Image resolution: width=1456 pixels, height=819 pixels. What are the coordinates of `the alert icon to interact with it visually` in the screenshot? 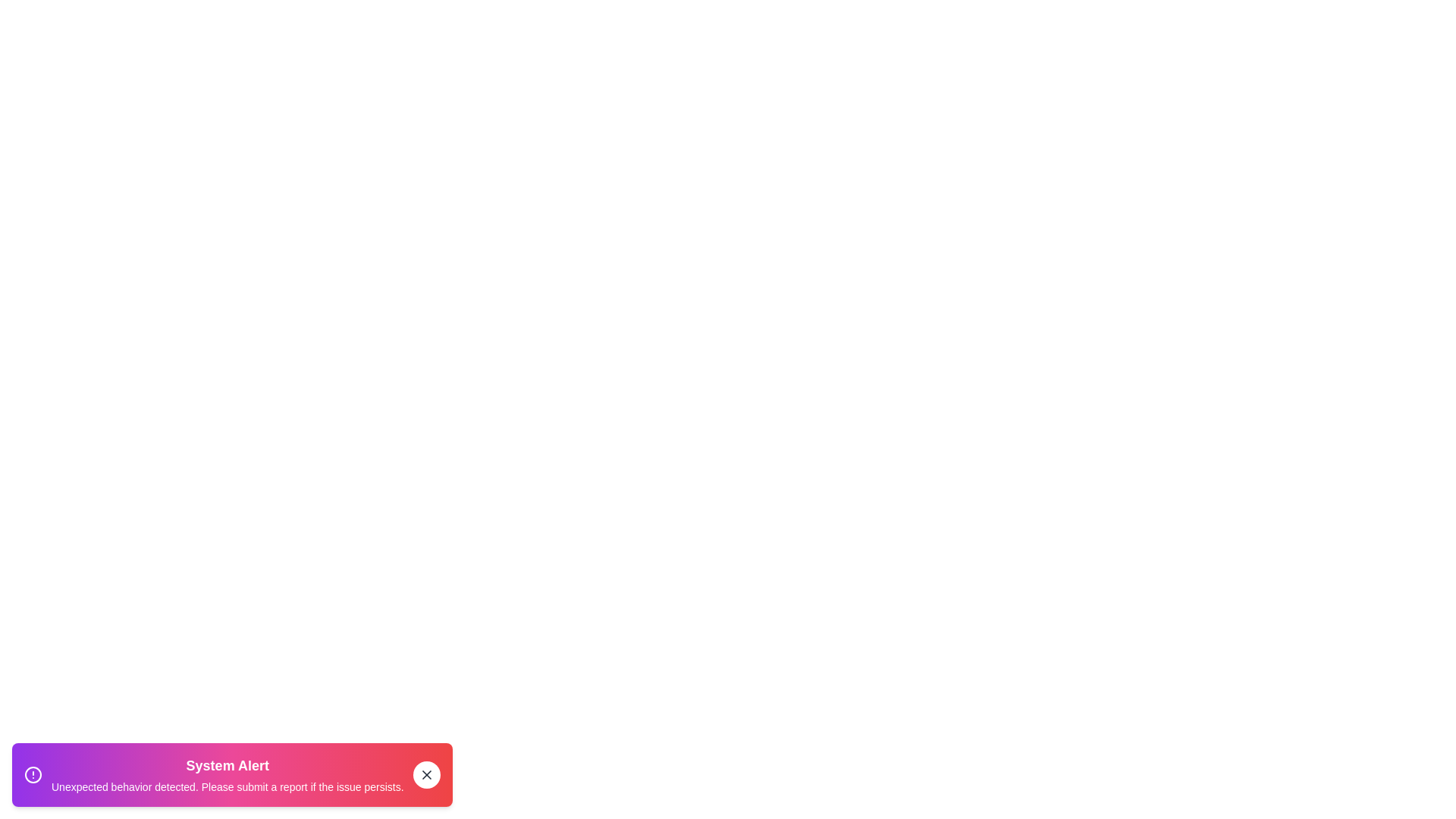 It's located at (33, 775).